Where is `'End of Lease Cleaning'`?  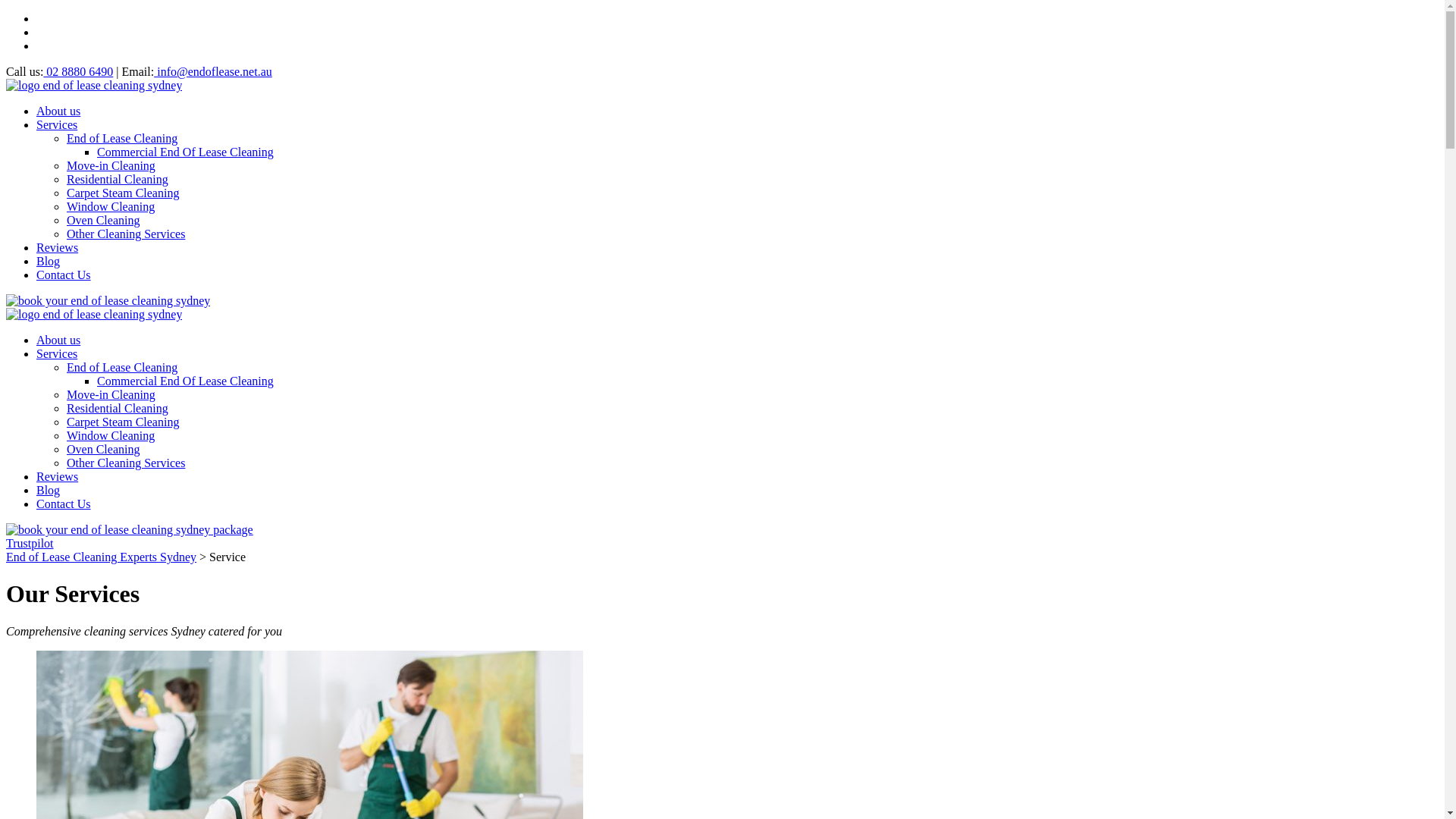
'End of Lease Cleaning' is located at coordinates (122, 138).